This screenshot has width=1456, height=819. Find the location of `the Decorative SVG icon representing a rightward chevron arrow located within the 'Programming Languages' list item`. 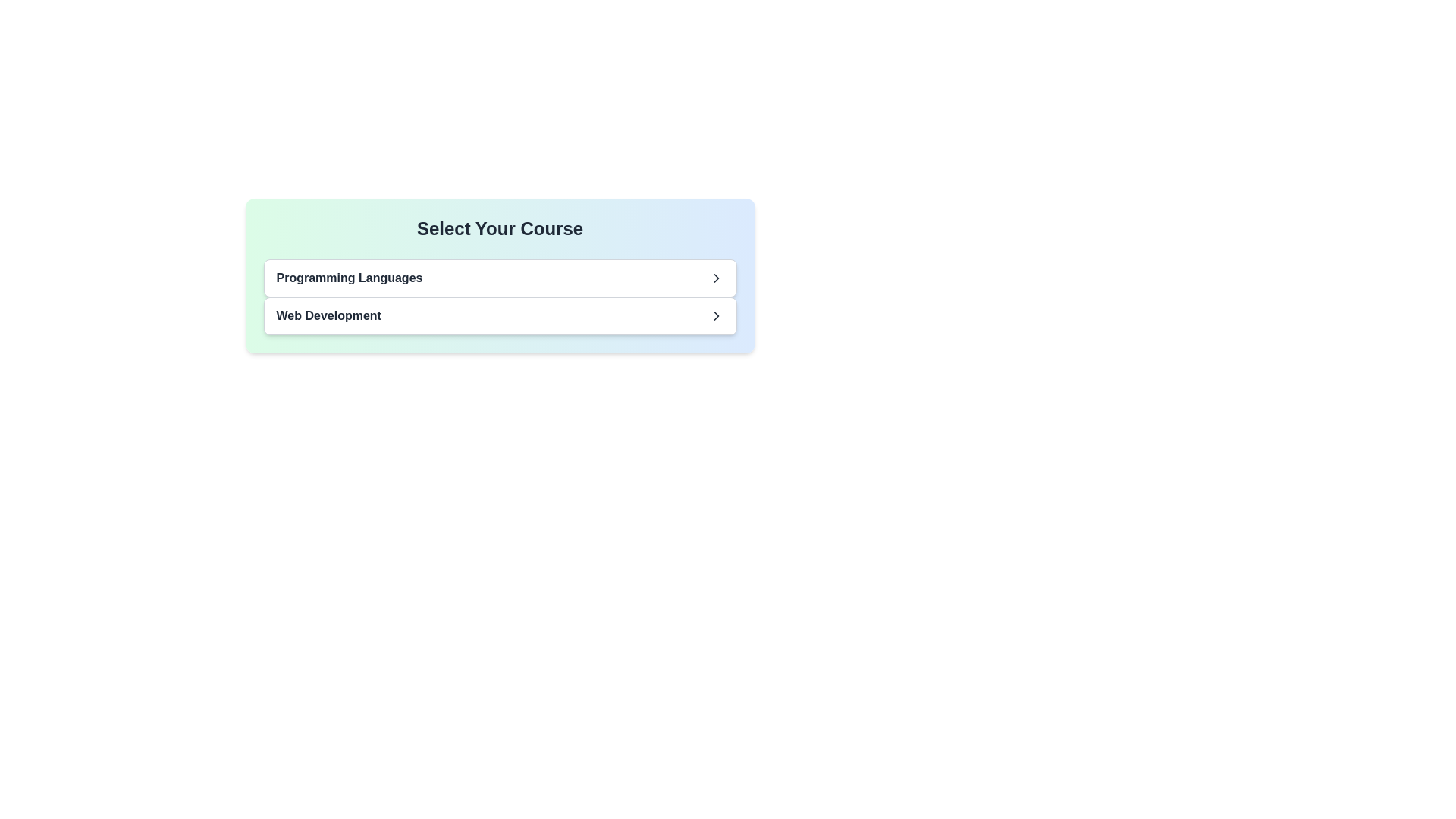

the Decorative SVG icon representing a rightward chevron arrow located within the 'Programming Languages' list item is located at coordinates (715, 278).